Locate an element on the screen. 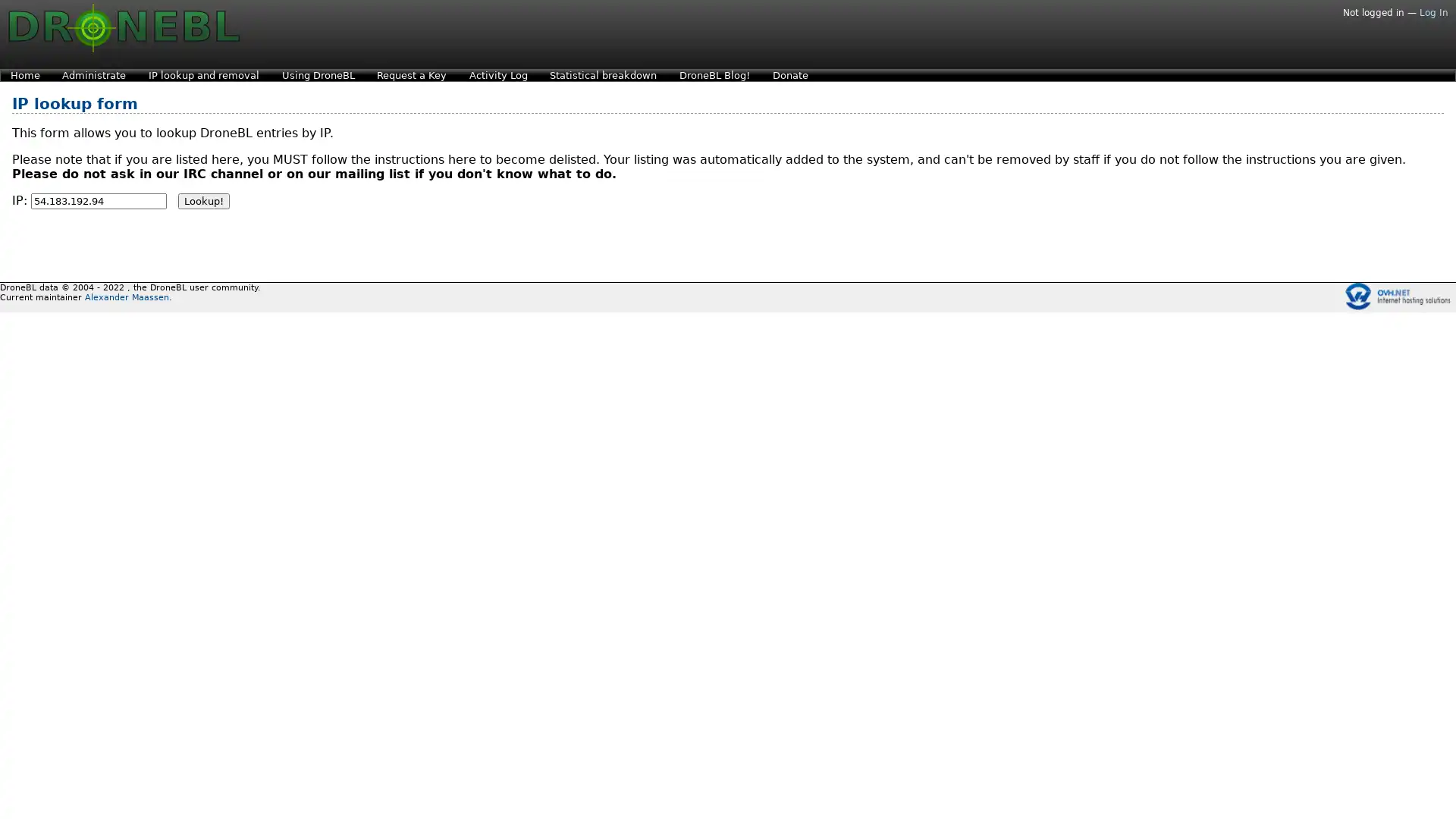  Lookup! is located at coordinates (202, 200).